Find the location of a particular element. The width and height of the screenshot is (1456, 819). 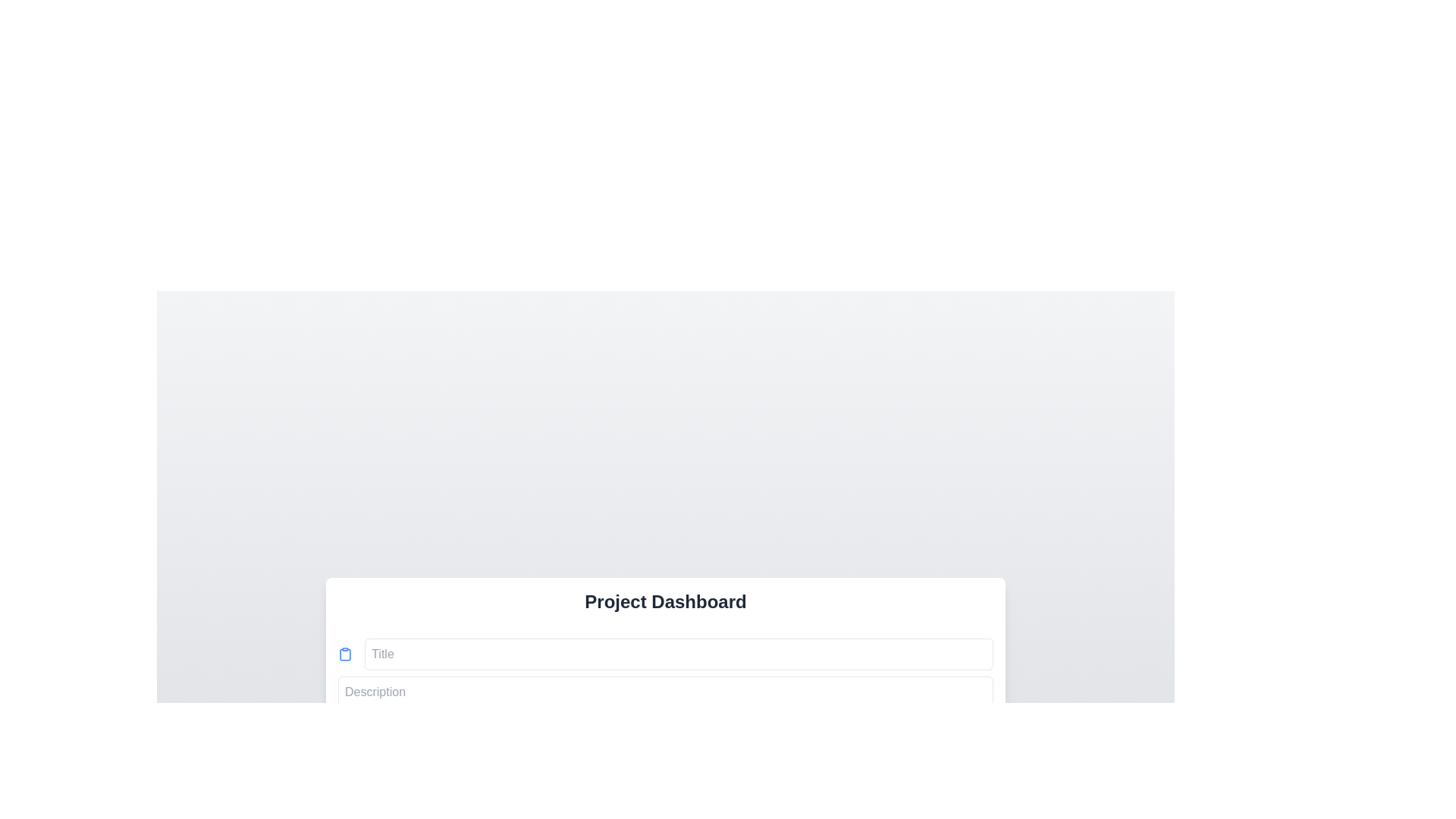

the leftmost button located below the 'Project Dashboard' section is located at coordinates (394, 795).